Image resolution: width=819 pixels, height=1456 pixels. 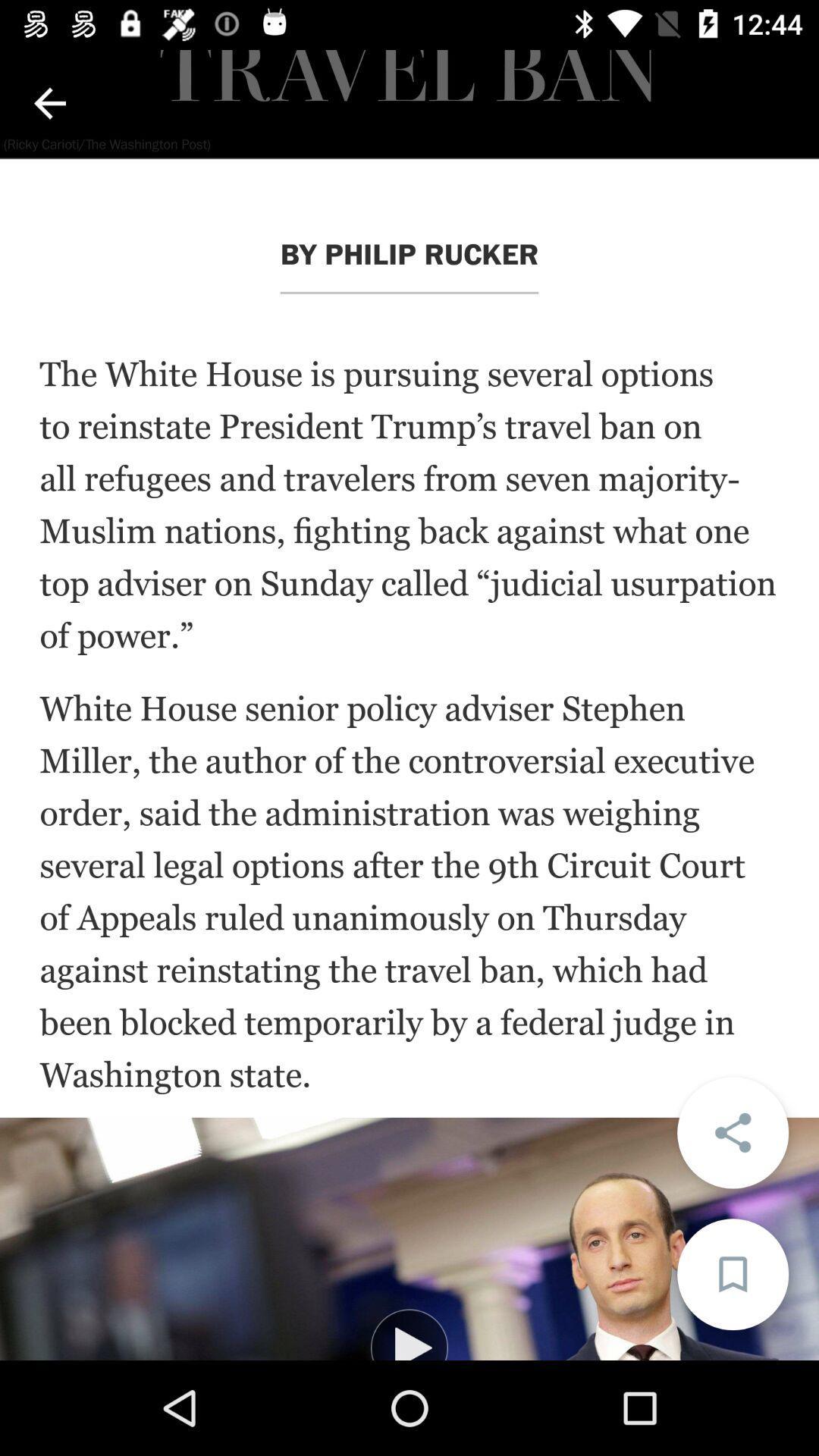 What do you see at coordinates (49, 102) in the screenshot?
I see `go back` at bounding box center [49, 102].